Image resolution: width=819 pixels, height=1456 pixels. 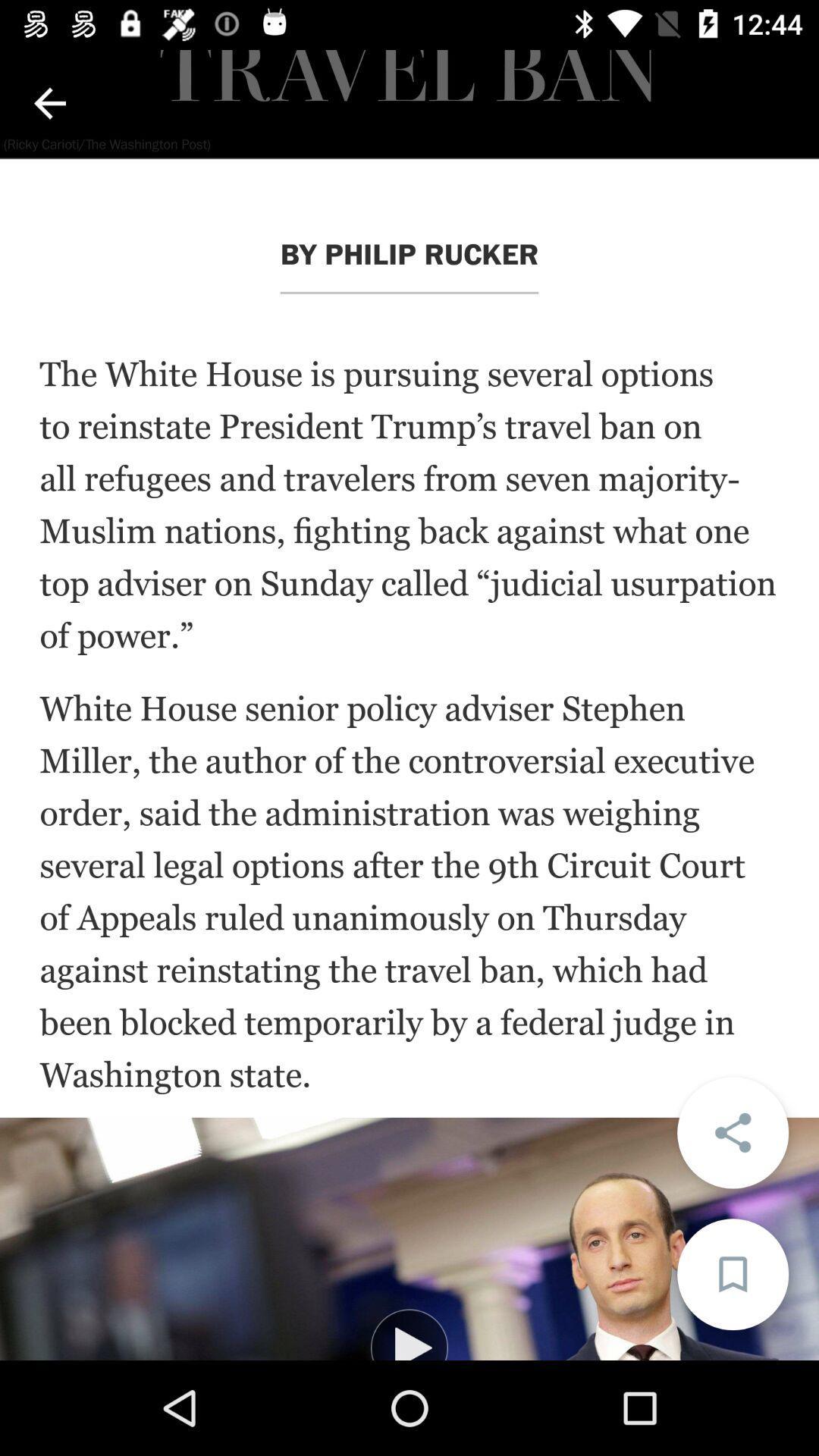 What do you see at coordinates (49, 102) in the screenshot?
I see `go back` at bounding box center [49, 102].